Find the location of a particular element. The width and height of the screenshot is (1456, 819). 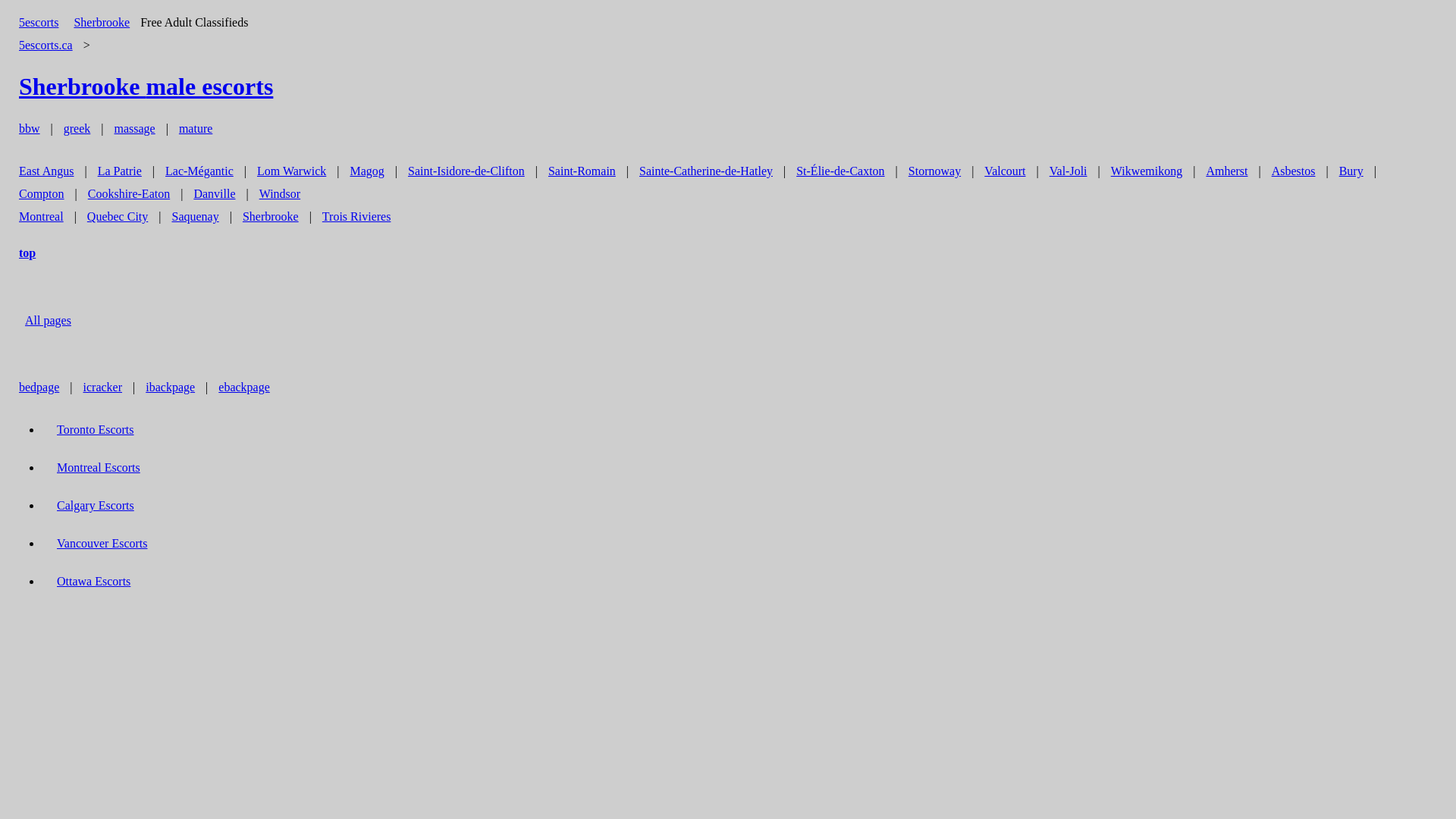

'East Angus' is located at coordinates (46, 171).